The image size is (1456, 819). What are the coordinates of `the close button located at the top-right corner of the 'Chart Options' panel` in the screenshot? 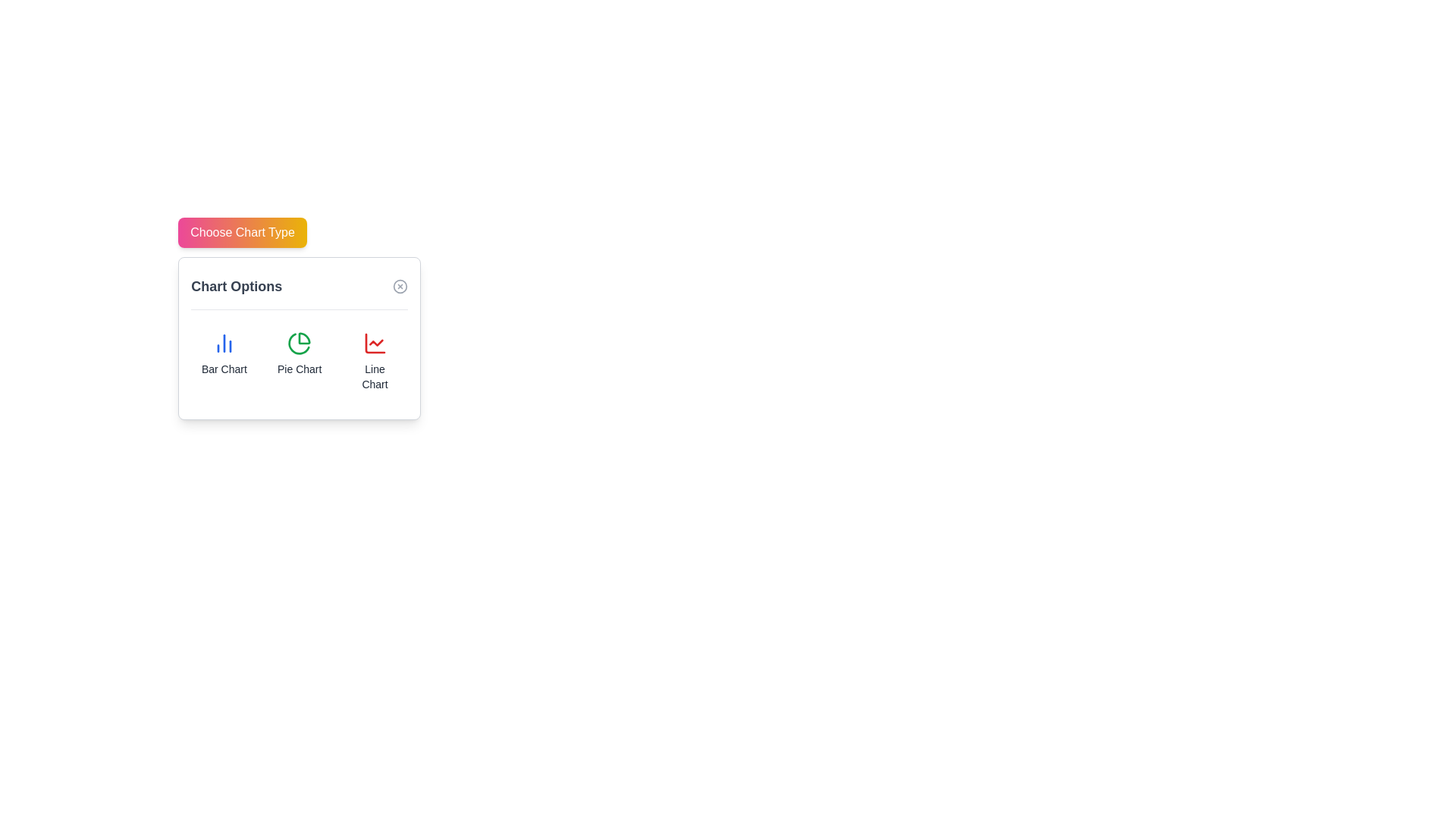 It's located at (400, 287).